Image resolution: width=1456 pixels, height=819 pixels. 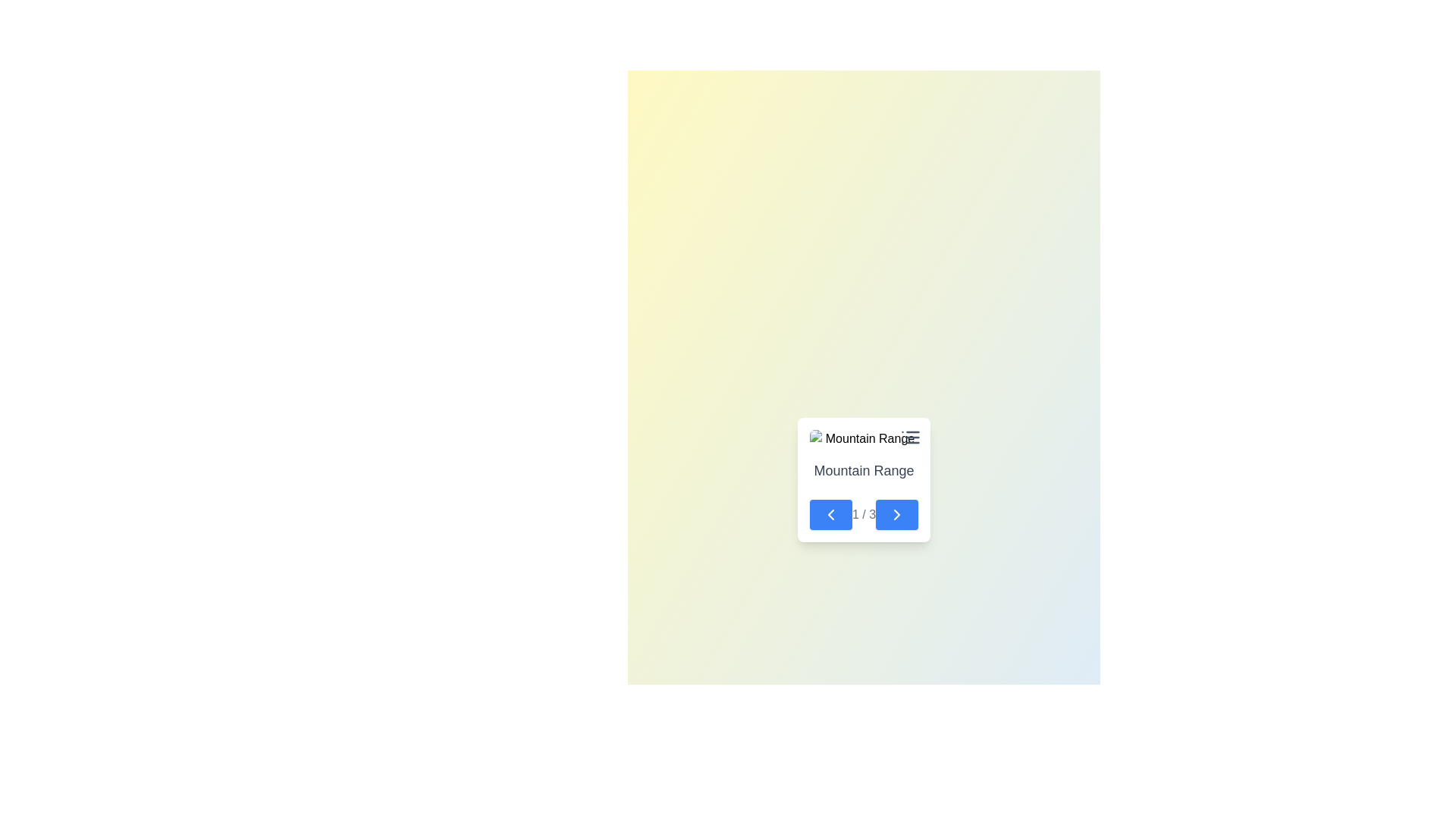 I want to click on the blue rectangular button with rounded corners featuring a white right-pointing arrow icon, so click(x=897, y=513).